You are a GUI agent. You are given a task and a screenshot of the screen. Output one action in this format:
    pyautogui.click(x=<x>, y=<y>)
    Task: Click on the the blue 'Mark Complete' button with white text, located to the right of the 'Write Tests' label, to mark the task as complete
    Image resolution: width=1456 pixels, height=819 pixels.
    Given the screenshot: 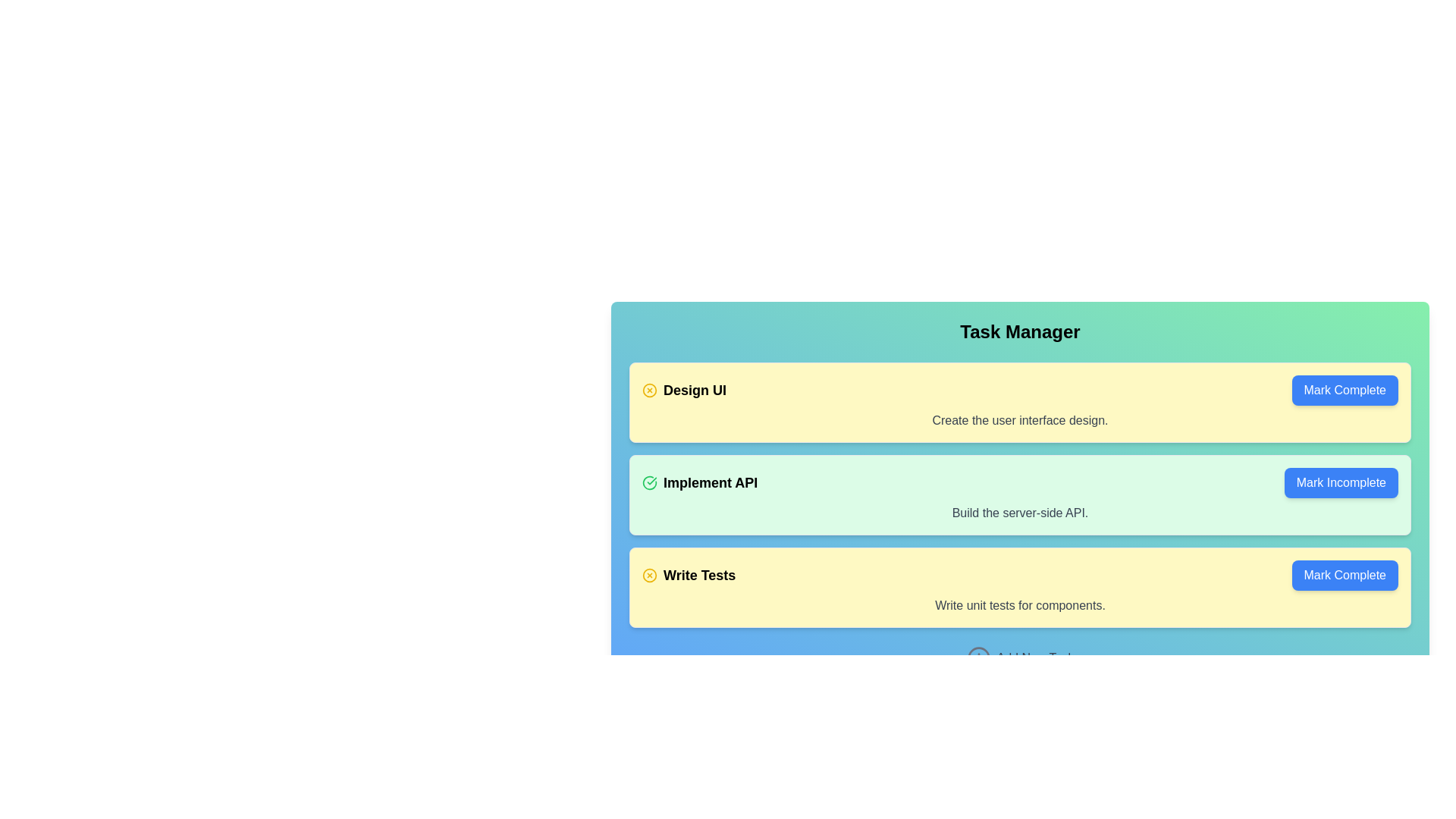 What is the action you would take?
    pyautogui.click(x=1345, y=576)
    